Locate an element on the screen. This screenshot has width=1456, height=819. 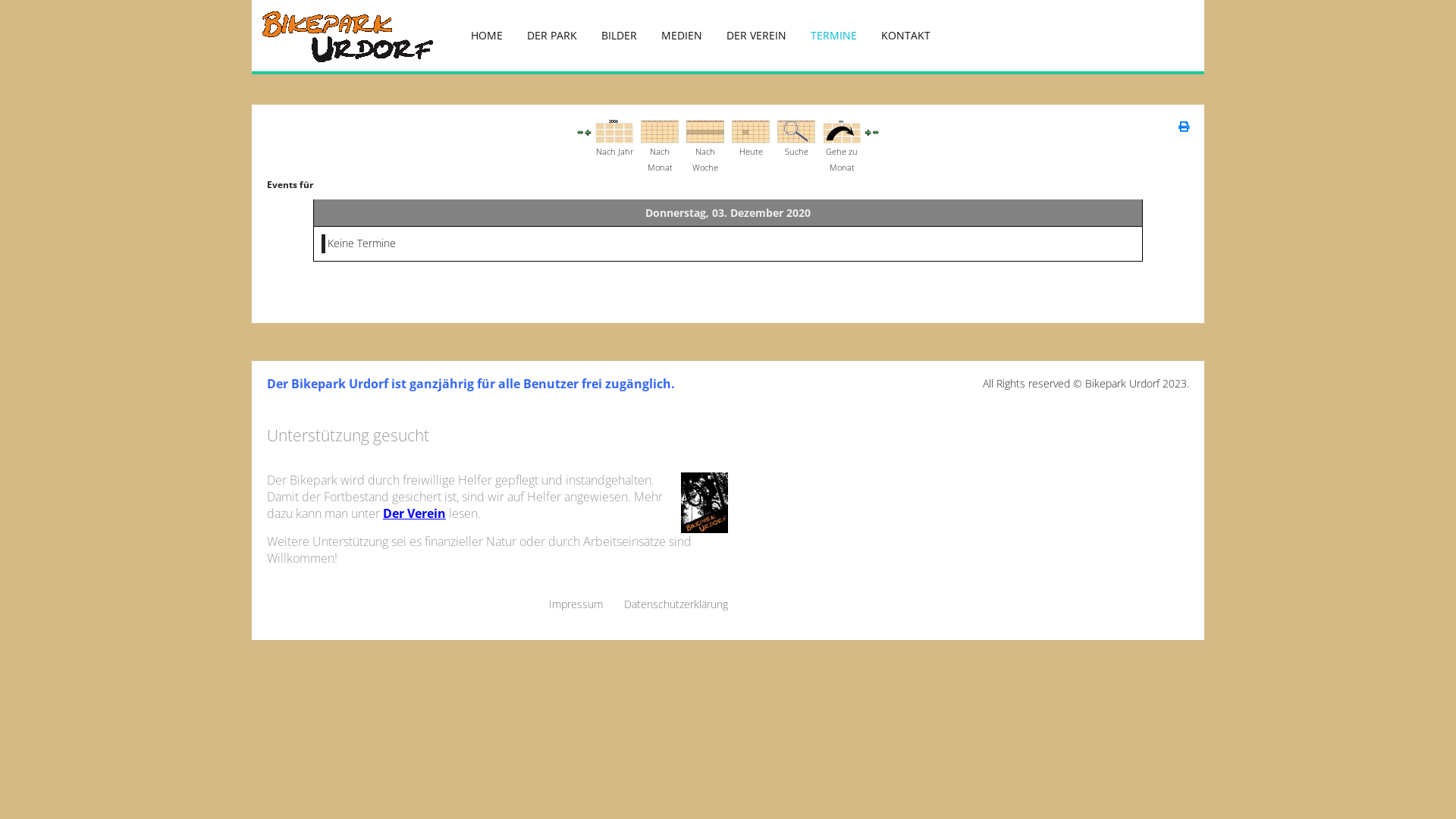
'Impressum' is located at coordinates (575, 603).